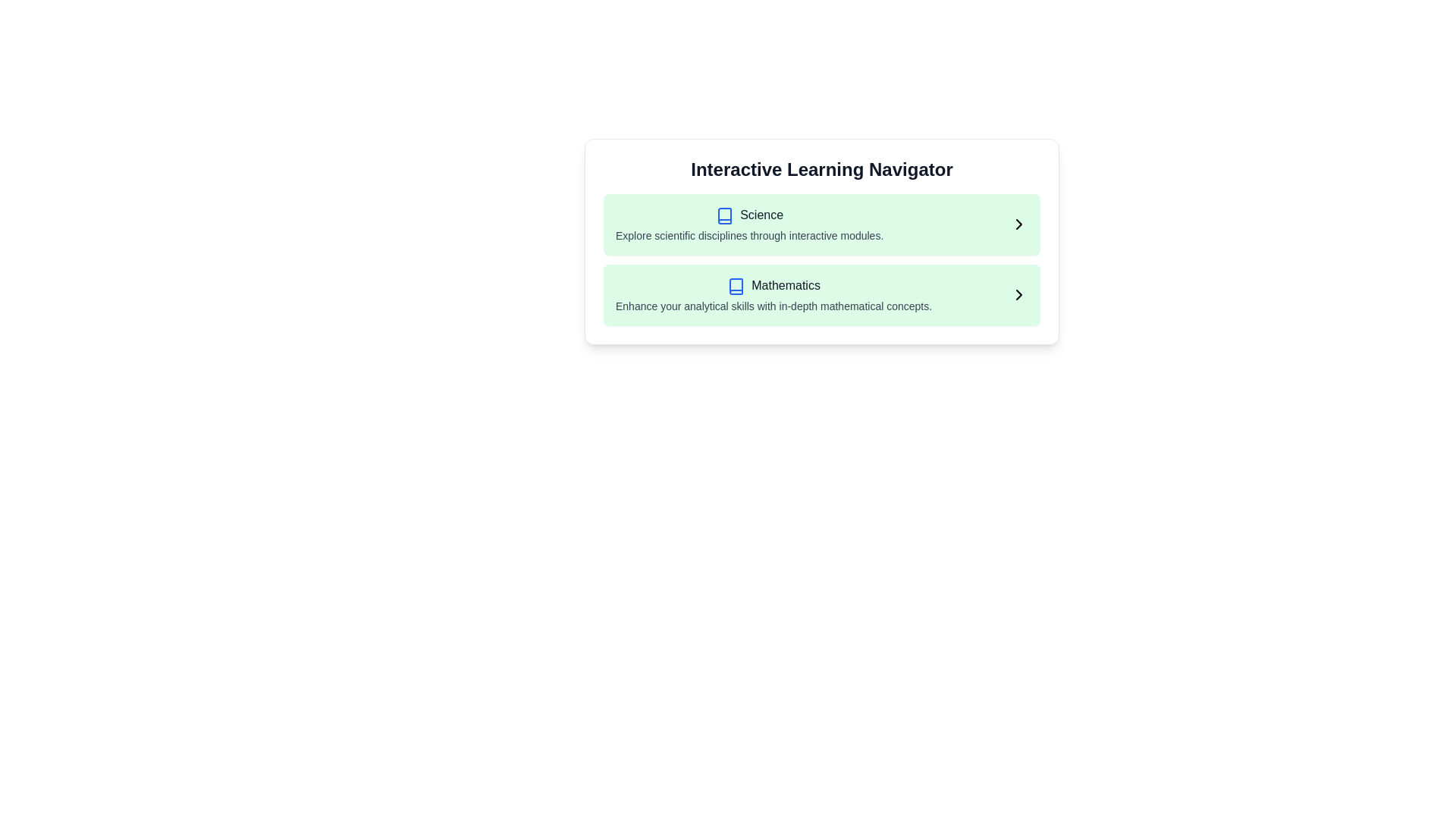 The image size is (1456, 819). Describe the element at coordinates (786, 285) in the screenshot. I see `the 'Mathematics' text label, which is a bold, dark gray label located in a green background section, positioned below the 'Science' title and alongside a blue book icon` at that location.